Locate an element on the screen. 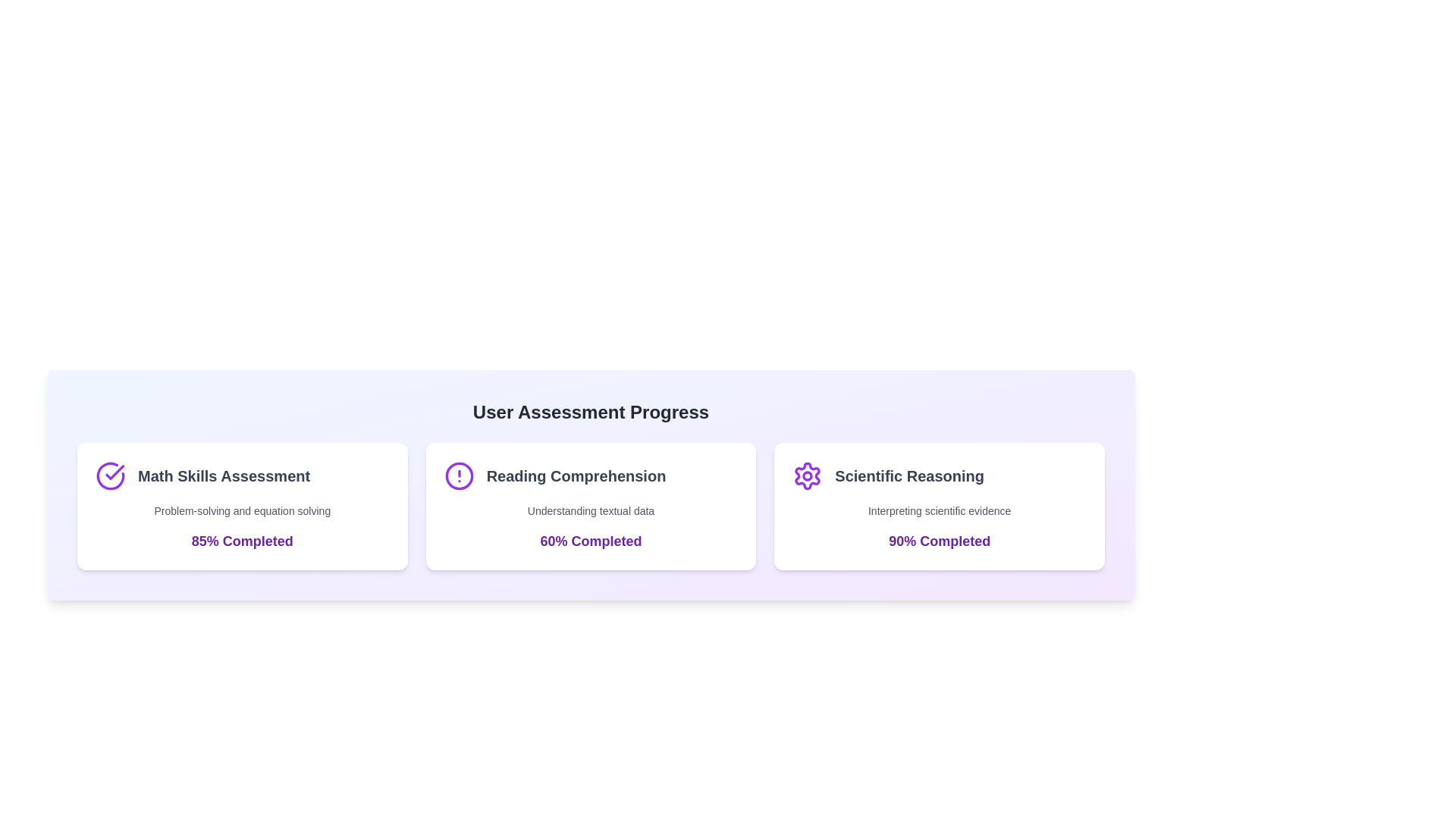 Image resolution: width=1456 pixels, height=819 pixels. the purple cogwheel-shaped icon located to the left of the title 'Scientific Reasoning' within the card layout is located at coordinates (807, 475).